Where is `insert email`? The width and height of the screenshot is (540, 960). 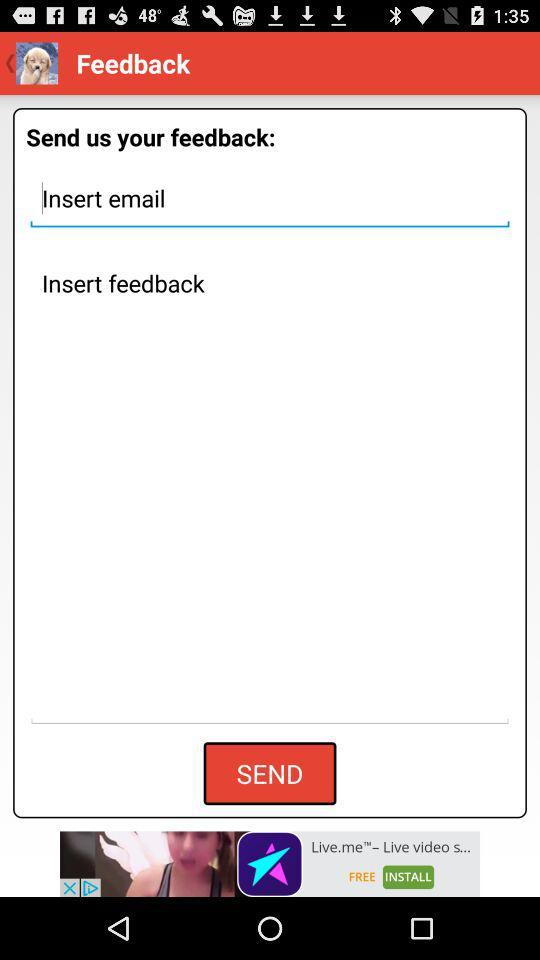 insert email is located at coordinates (270, 198).